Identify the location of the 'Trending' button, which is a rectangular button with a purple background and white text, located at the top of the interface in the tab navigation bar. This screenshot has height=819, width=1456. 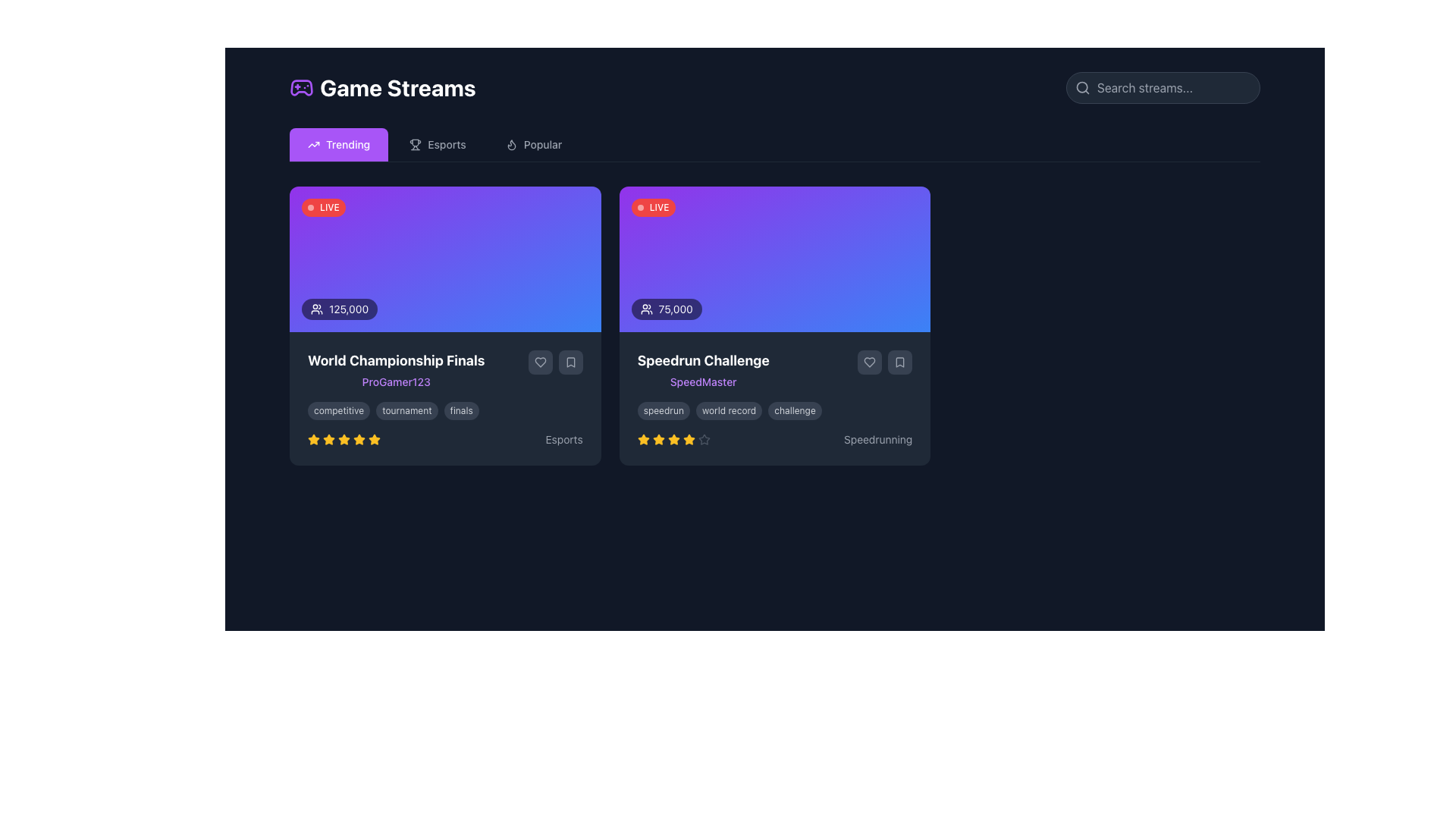
(338, 145).